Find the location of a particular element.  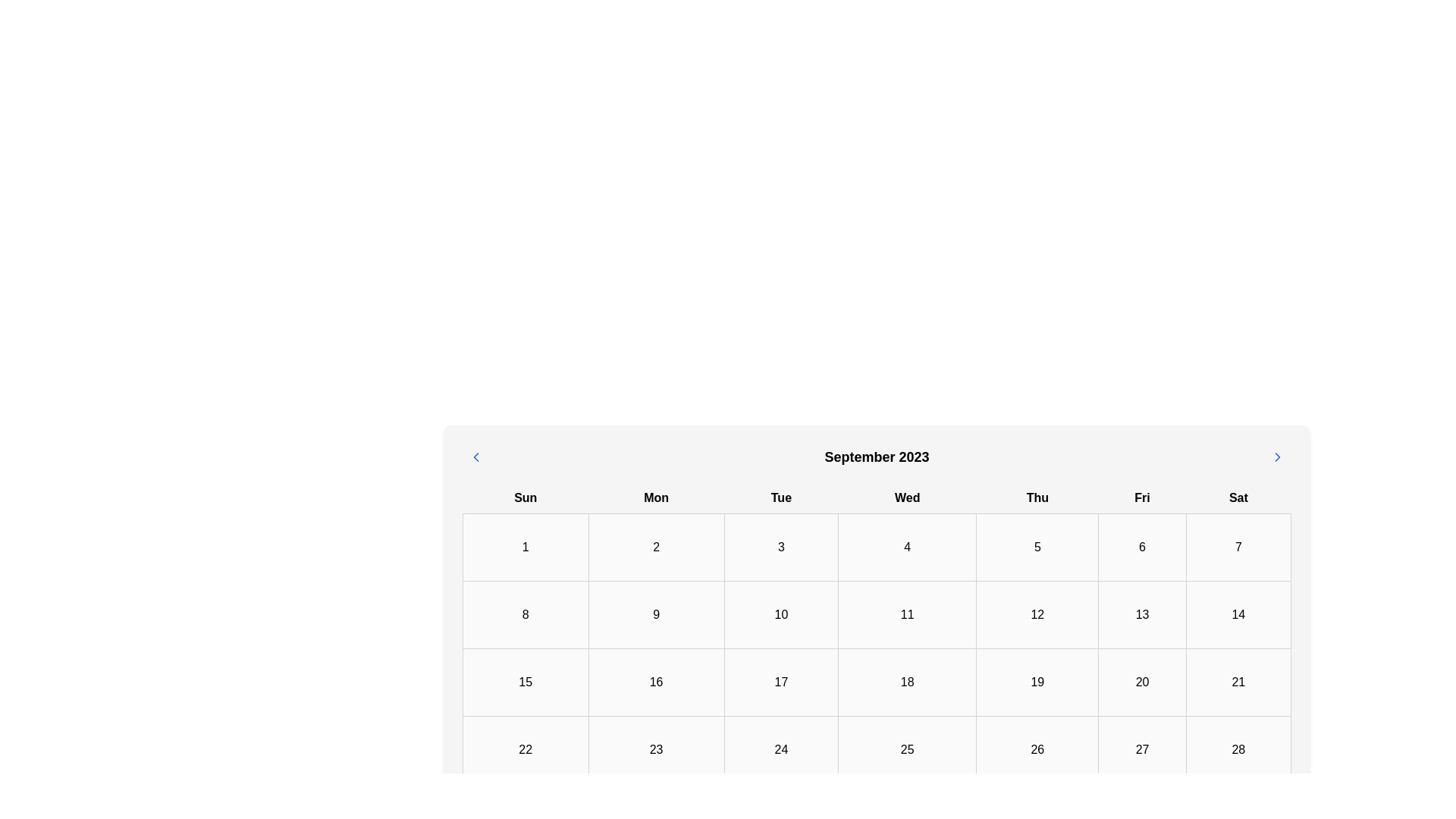

the text label displaying 'Fri', which is the sixth item in a horizontal row of weekday names is located at coordinates (1142, 498).